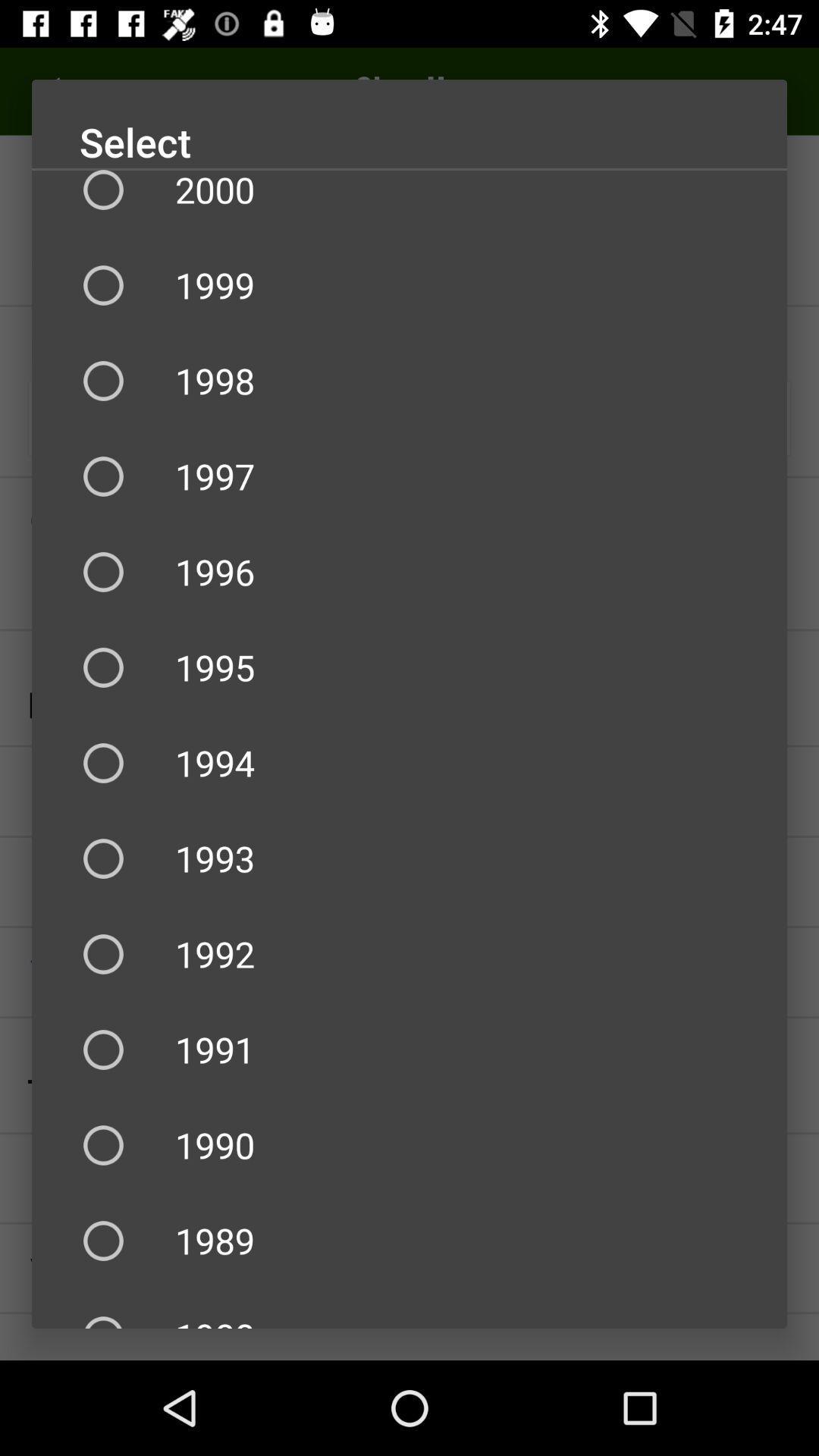 Image resolution: width=819 pixels, height=1456 pixels. Describe the element at coordinates (409, 381) in the screenshot. I see `the icon below 1999 item` at that location.